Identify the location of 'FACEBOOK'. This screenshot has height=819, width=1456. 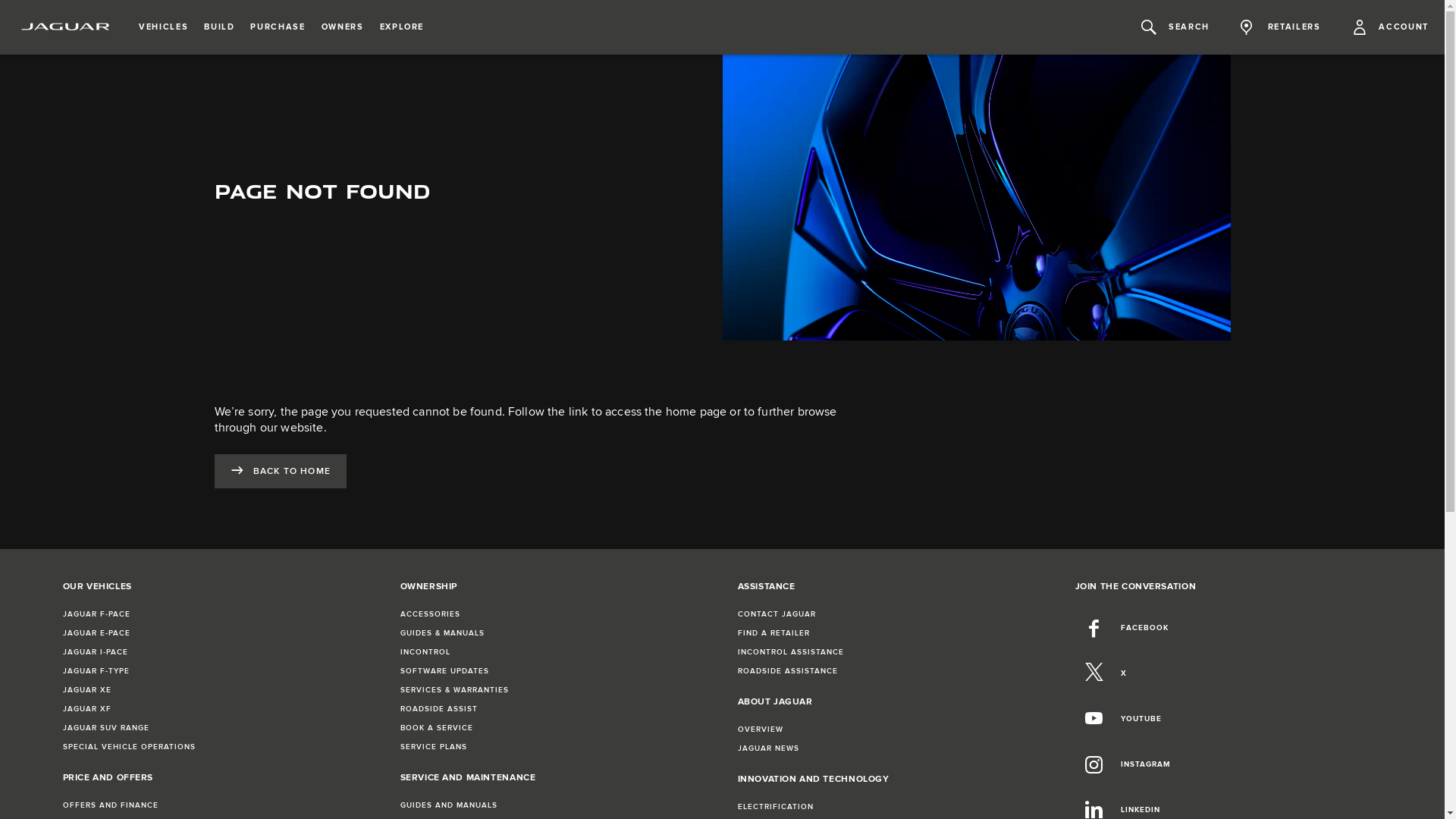
(1122, 628).